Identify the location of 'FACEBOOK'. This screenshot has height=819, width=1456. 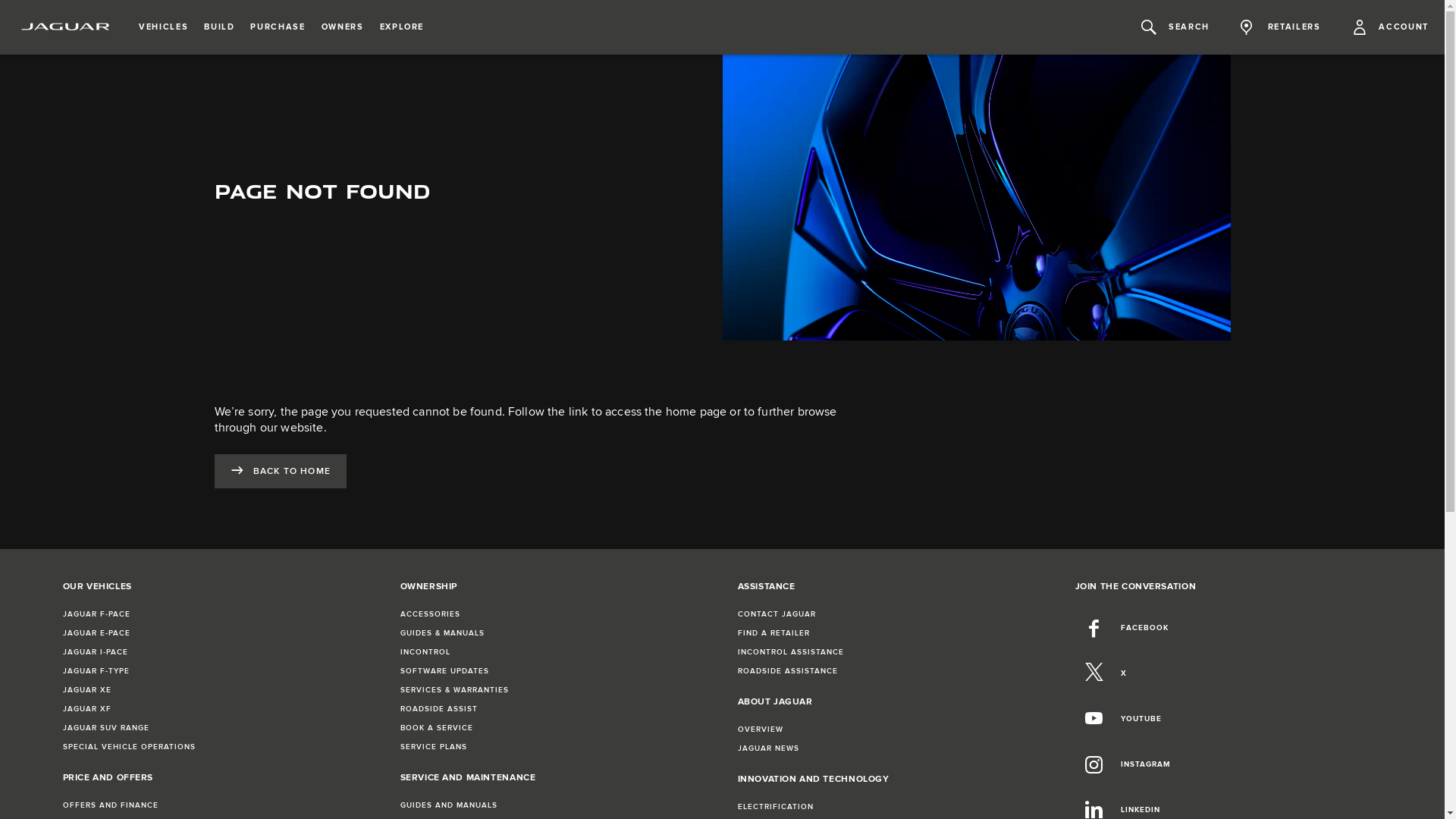
(1122, 628).